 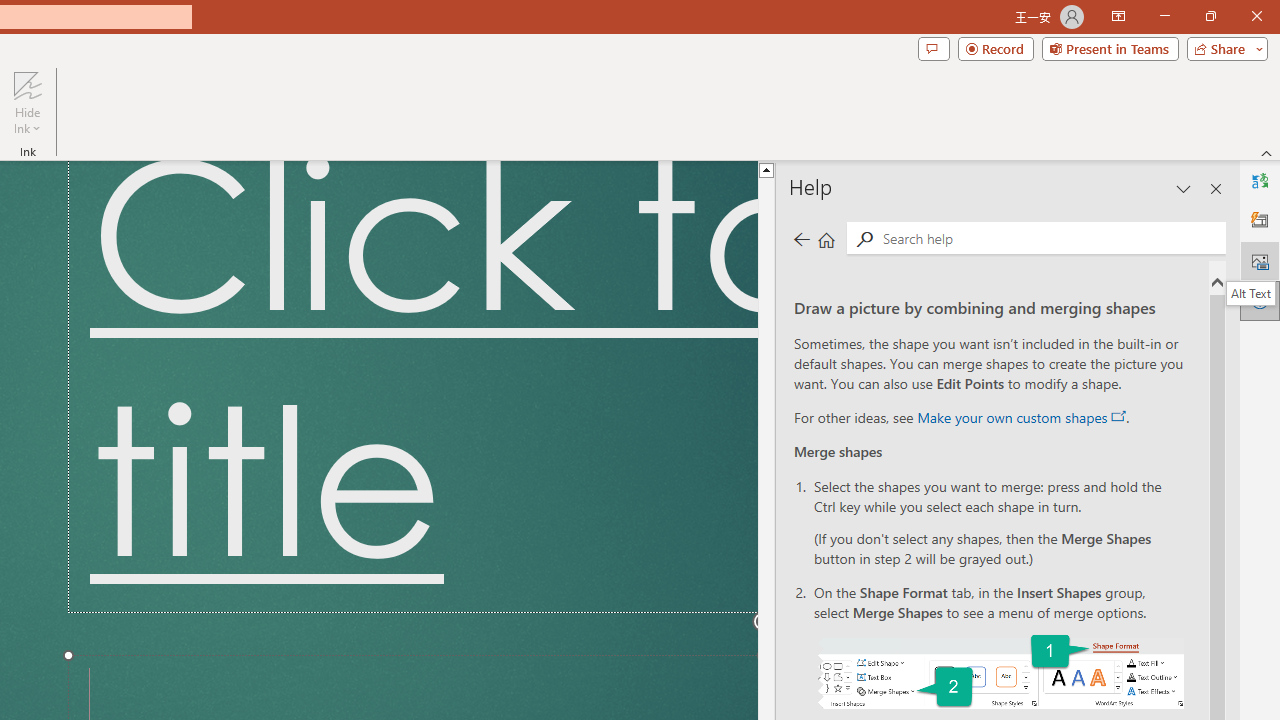 What do you see at coordinates (27, 84) in the screenshot?
I see `'Hide Ink'` at bounding box center [27, 84].